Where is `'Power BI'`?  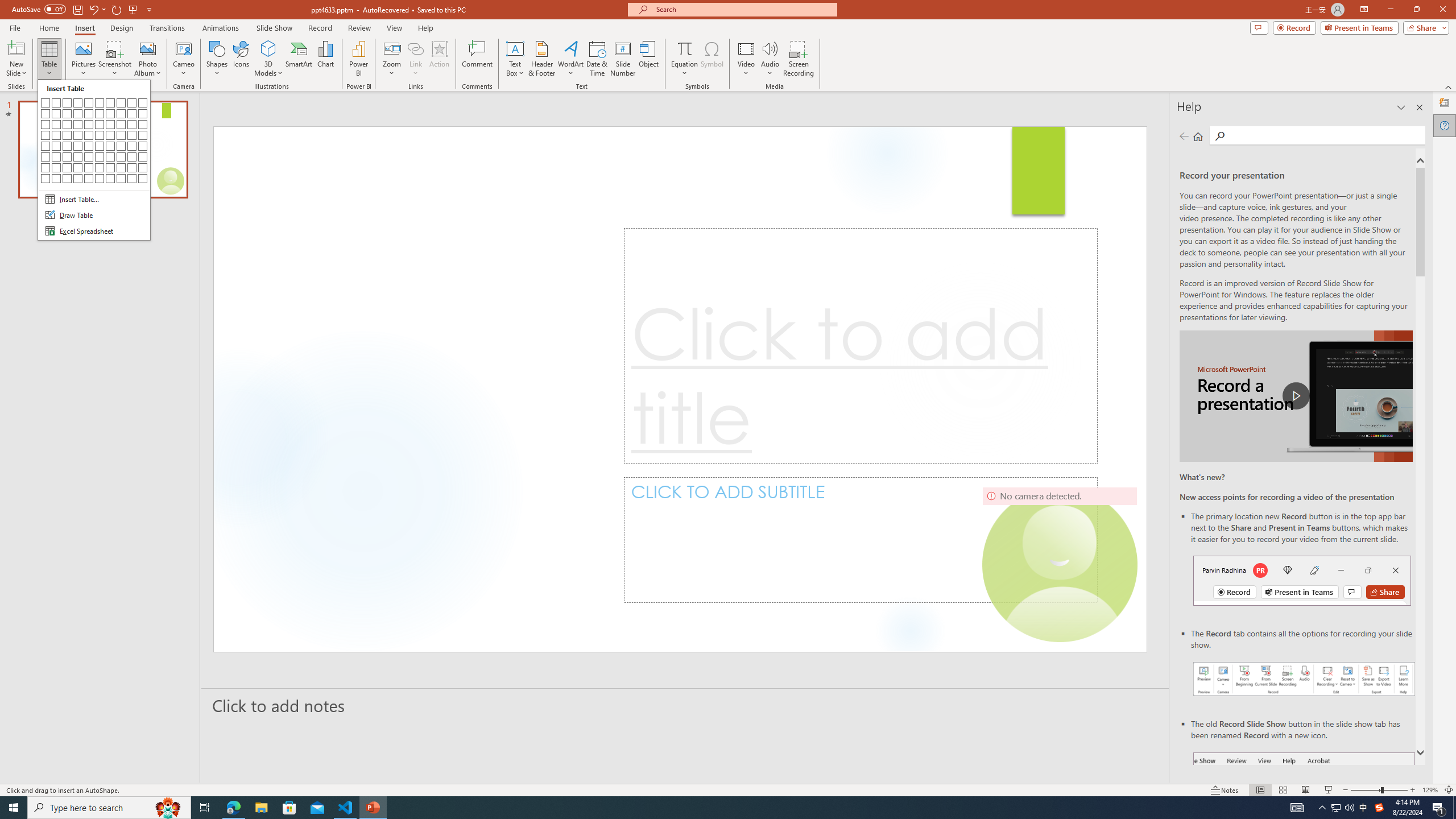 'Power BI' is located at coordinates (359, 59).